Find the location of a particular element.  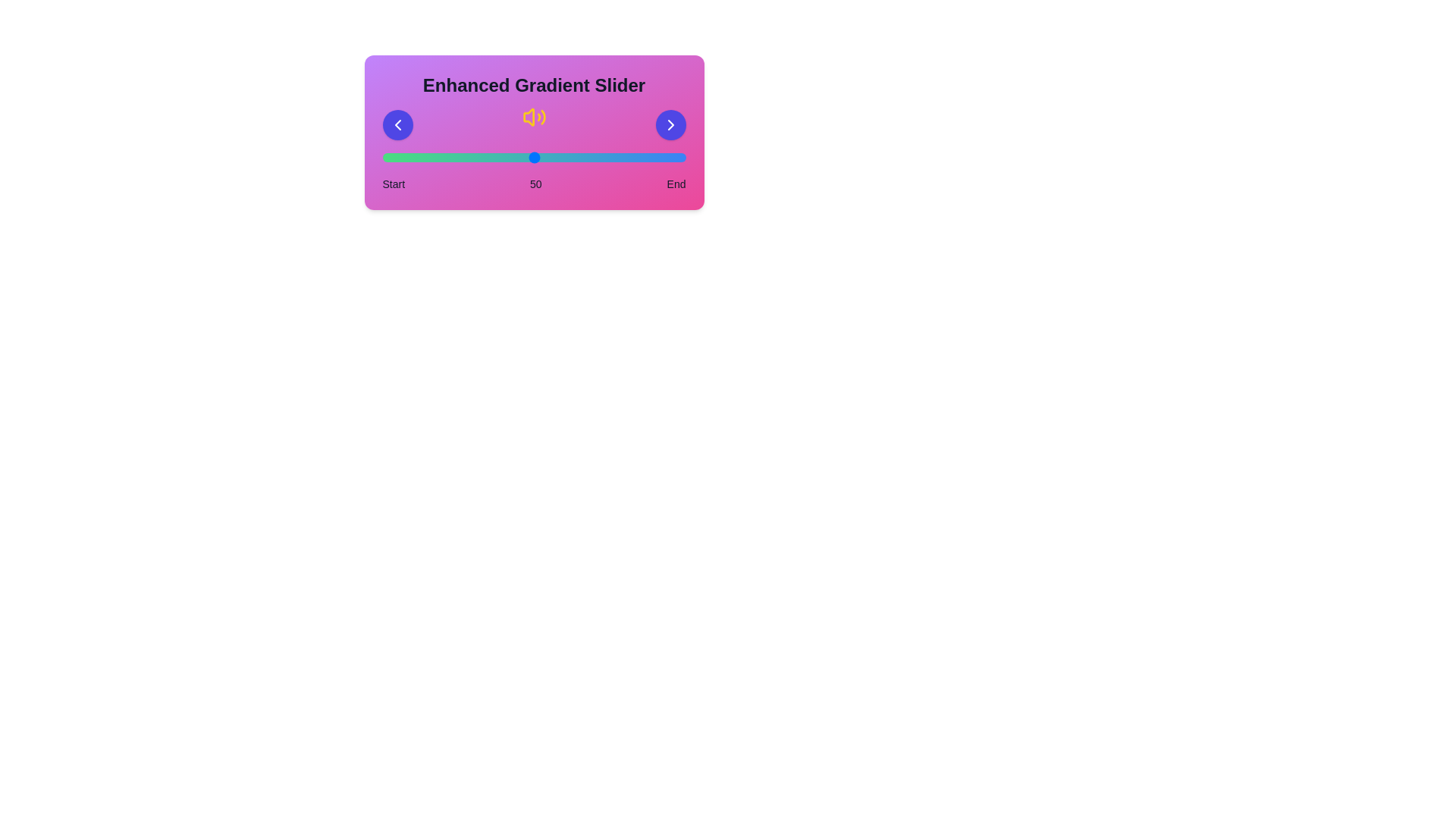

the slider to set the value to 10 is located at coordinates (413, 158).